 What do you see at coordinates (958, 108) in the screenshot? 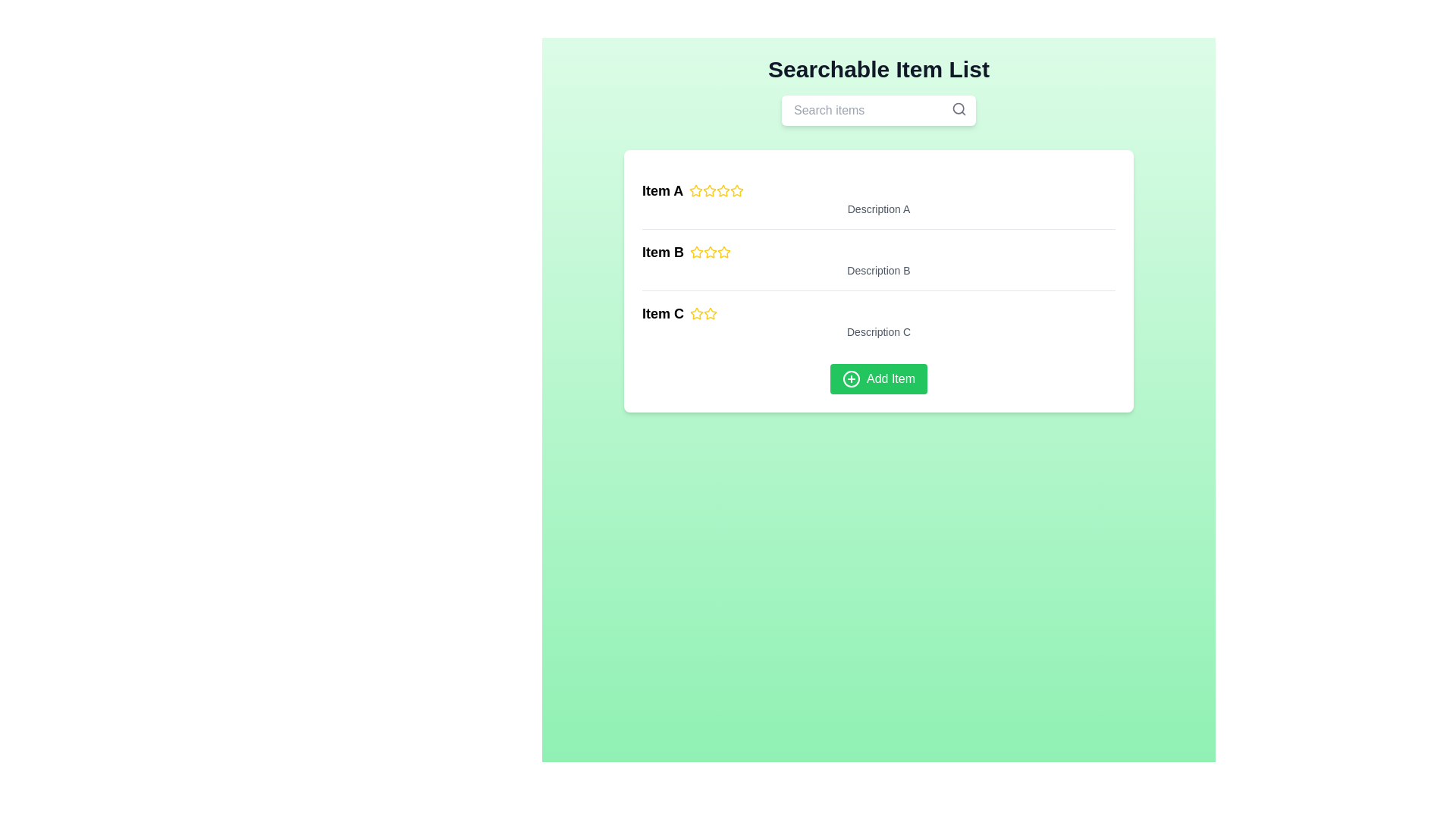
I see `the decorative SVG circle representing the lens of the magnifying glass icon located in the top-right corner of the search bar` at bounding box center [958, 108].